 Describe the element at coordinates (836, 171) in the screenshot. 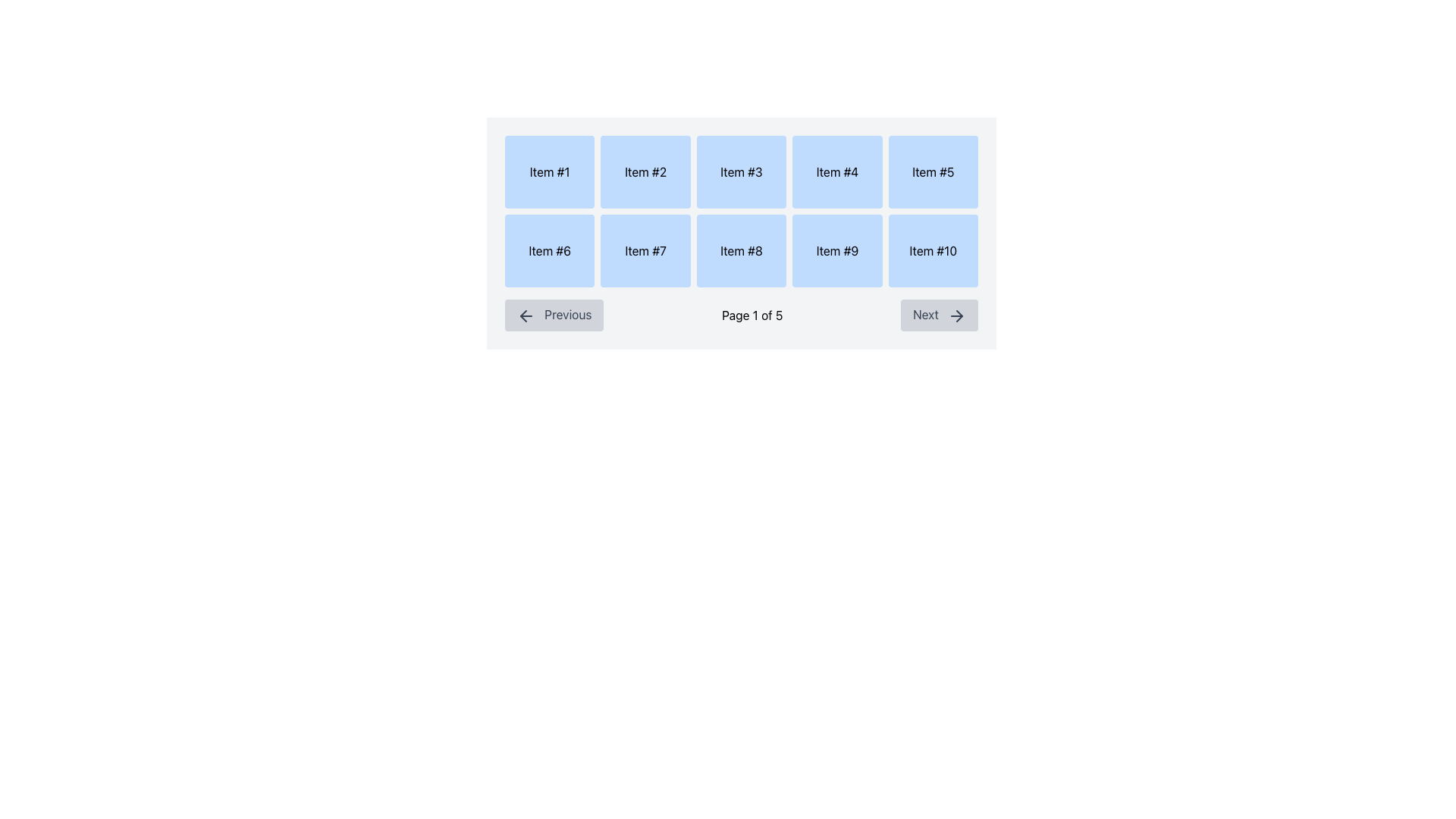

I see `the static text card that is the fourth item in a grid of ten items, located in the upper-center area of the interface` at that location.